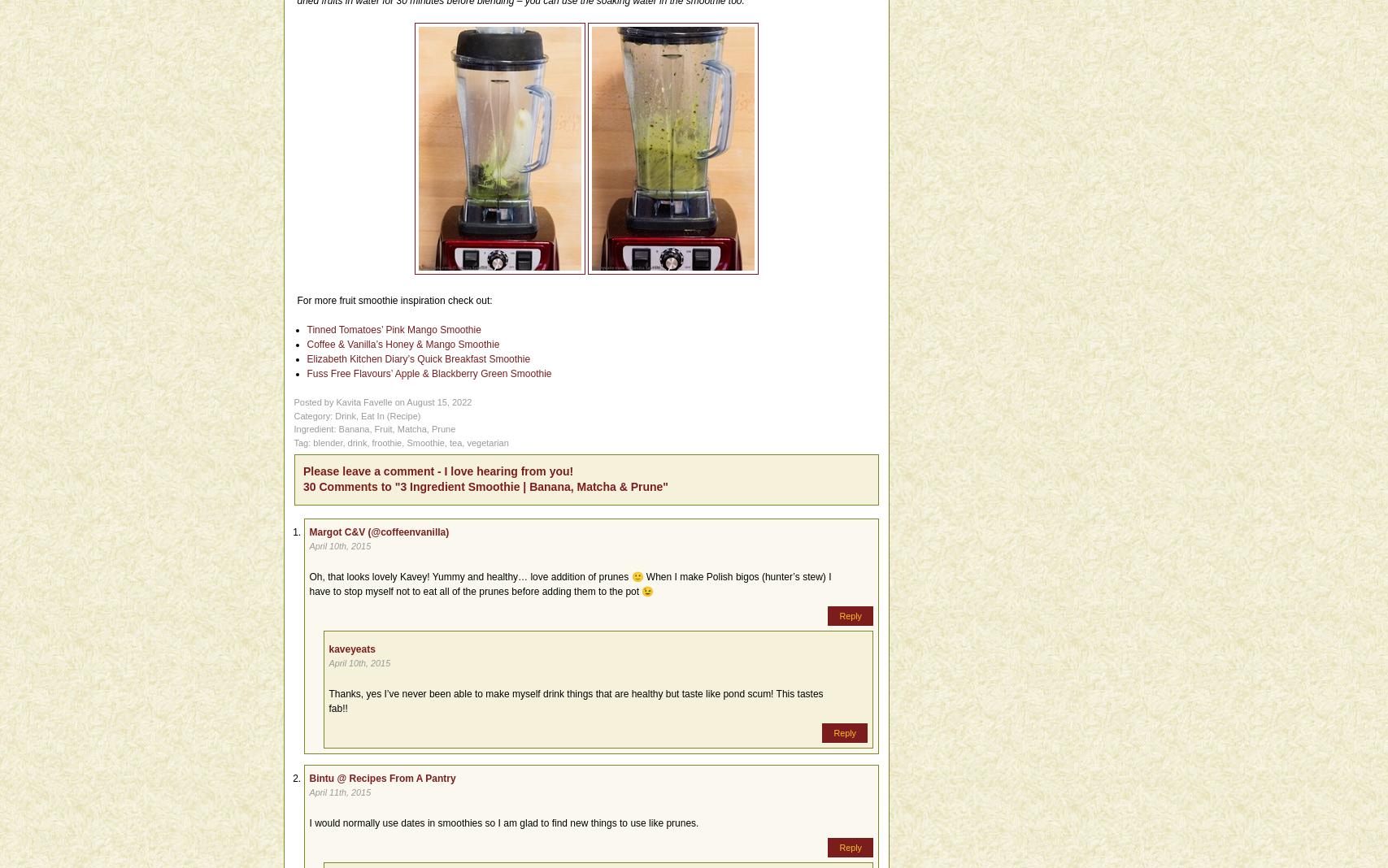 This screenshot has width=1388, height=868. What do you see at coordinates (357, 441) in the screenshot?
I see `'drink'` at bounding box center [357, 441].